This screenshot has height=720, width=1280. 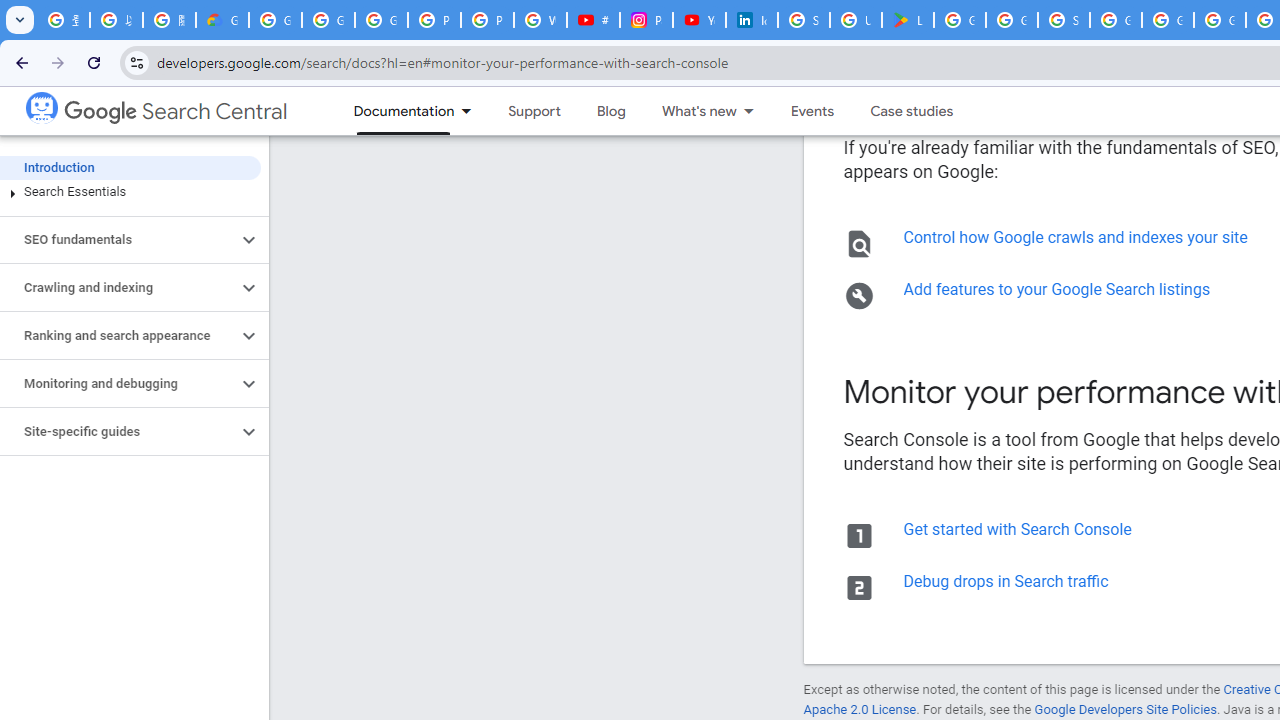 What do you see at coordinates (117, 239) in the screenshot?
I see `'SEO fundamentals'` at bounding box center [117, 239].